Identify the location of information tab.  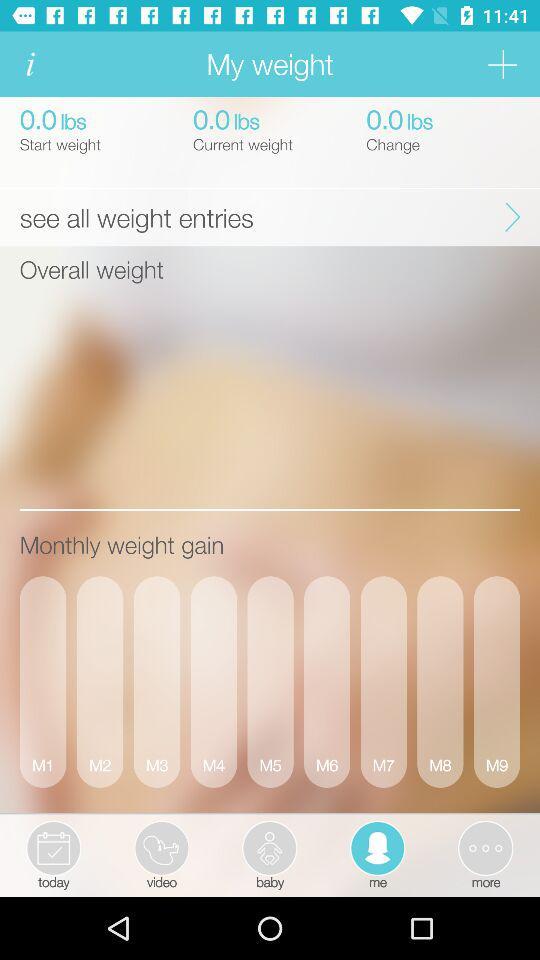
(29, 64).